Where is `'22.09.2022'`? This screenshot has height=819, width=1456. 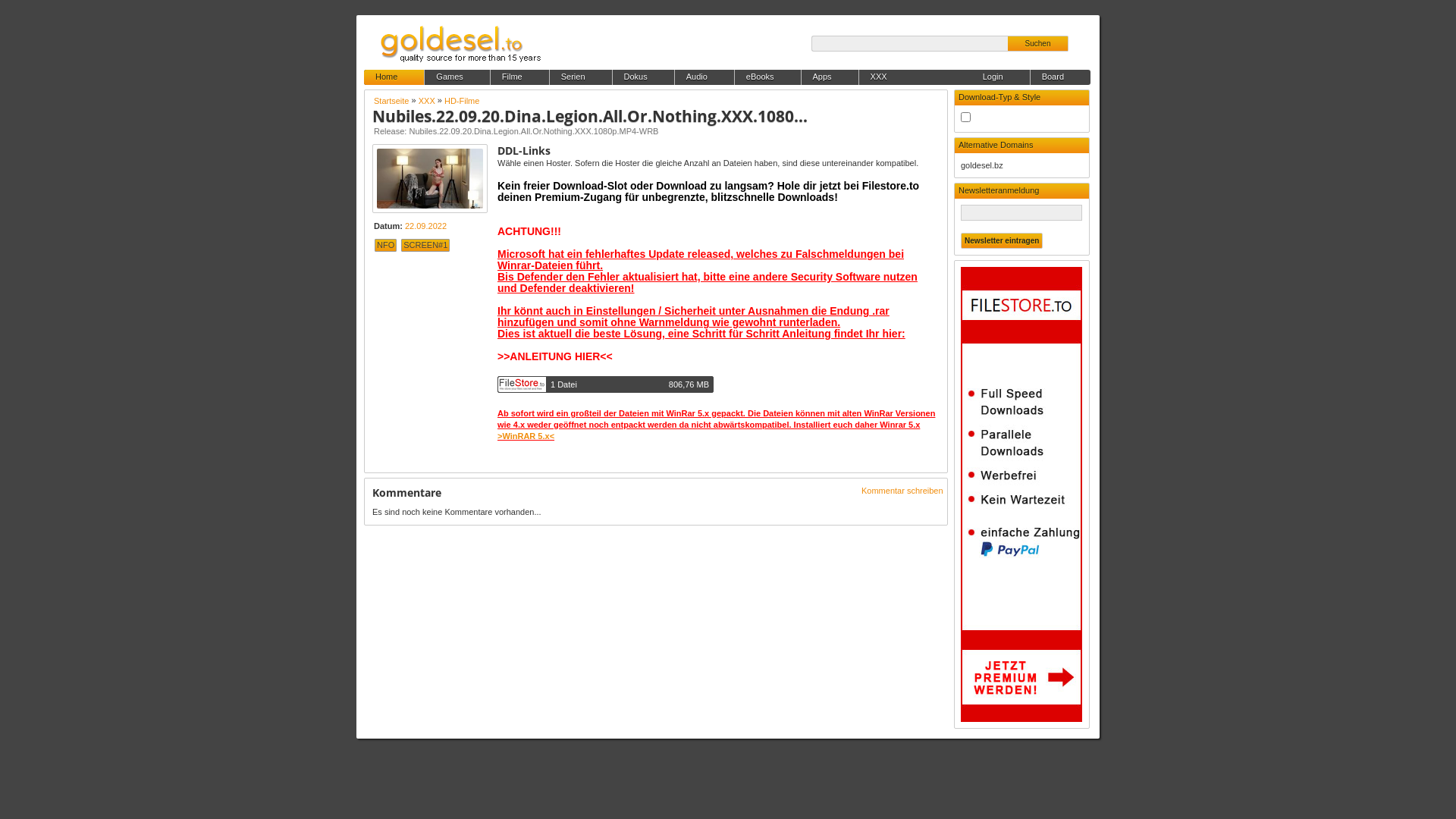 '22.09.2022' is located at coordinates (404, 225).